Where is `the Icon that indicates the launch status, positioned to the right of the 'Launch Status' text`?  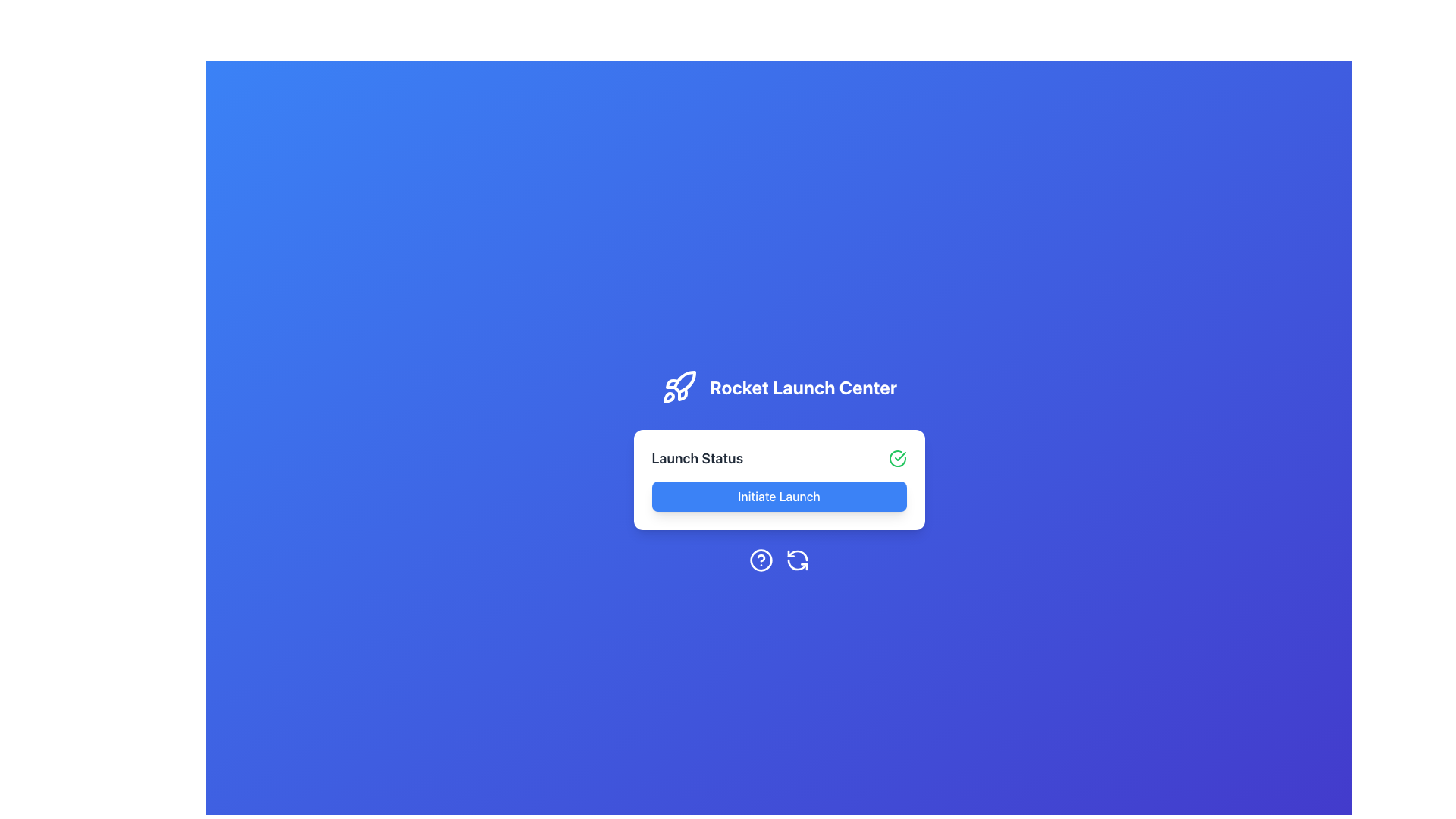
the Icon that indicates the launch status, positioned to the right of the 'Launch Status' text is located at coordinates (897, 458).